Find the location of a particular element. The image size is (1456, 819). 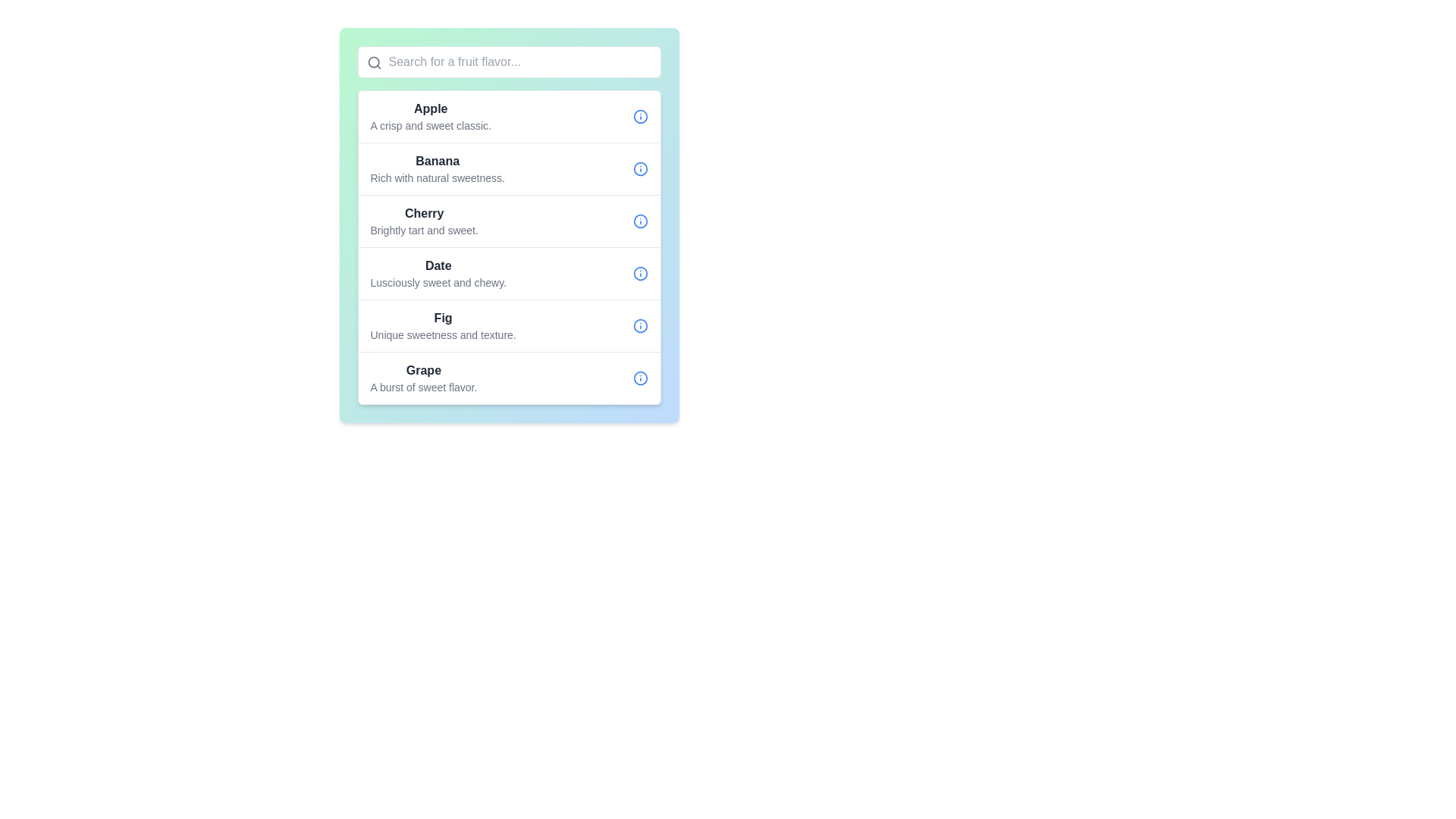

the info icon of the fifth item in the selectable list to obtain additional information related to the header text is located at coordinates (509, 325).